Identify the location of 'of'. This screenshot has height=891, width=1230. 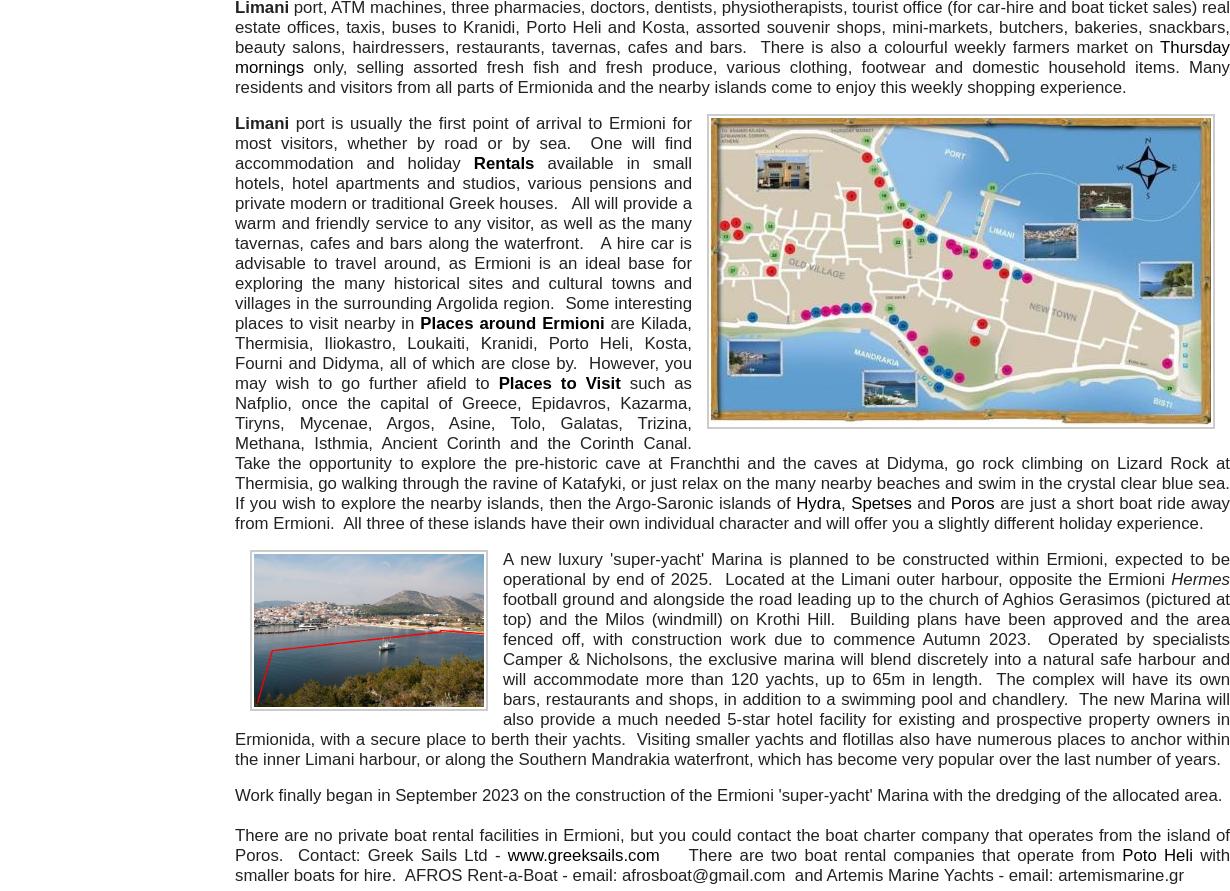
(785, 502).